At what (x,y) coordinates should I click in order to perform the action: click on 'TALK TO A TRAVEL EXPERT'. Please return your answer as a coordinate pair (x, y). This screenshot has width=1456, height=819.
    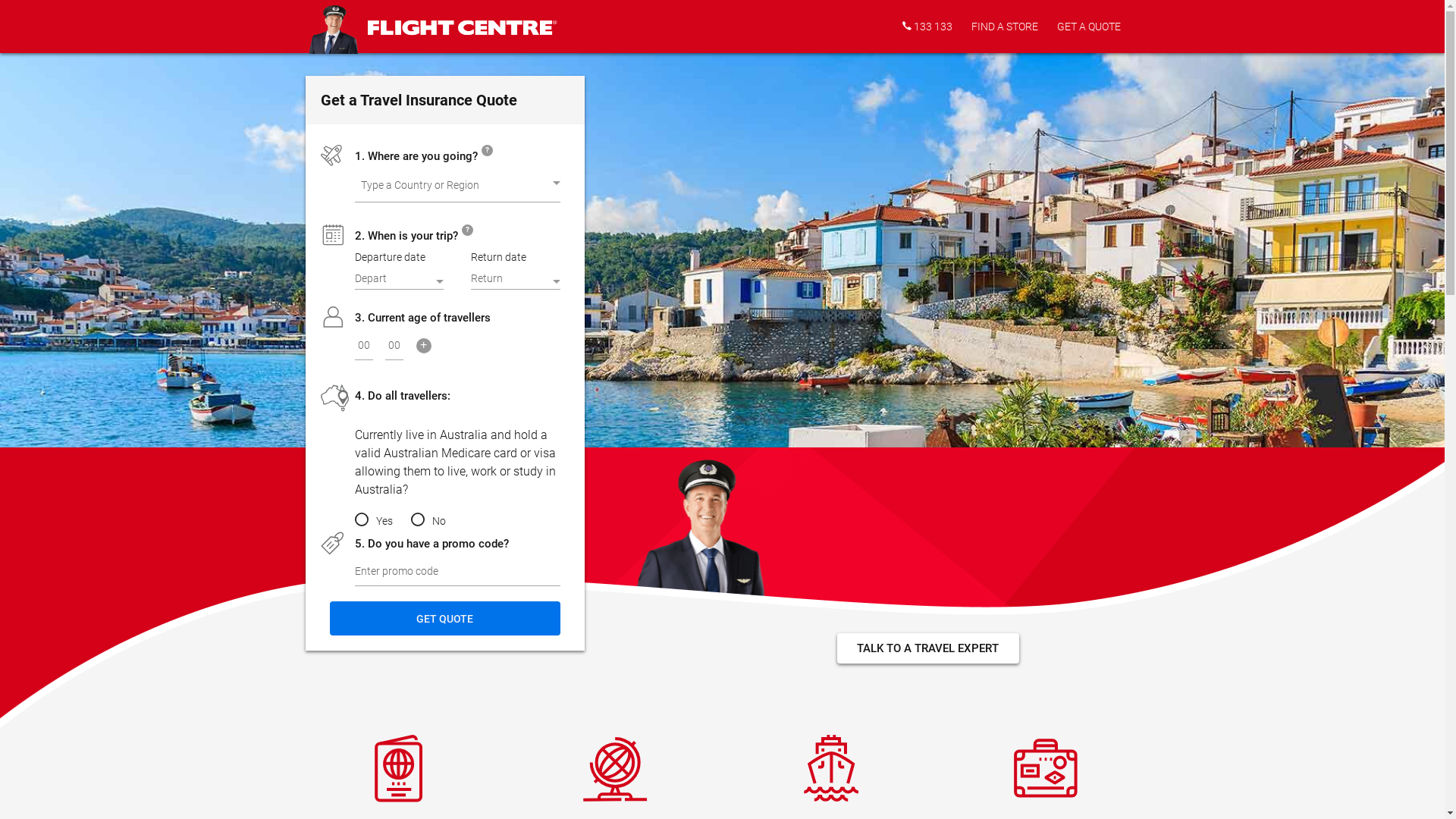
    Looking at the image, I should click on (927, 648).